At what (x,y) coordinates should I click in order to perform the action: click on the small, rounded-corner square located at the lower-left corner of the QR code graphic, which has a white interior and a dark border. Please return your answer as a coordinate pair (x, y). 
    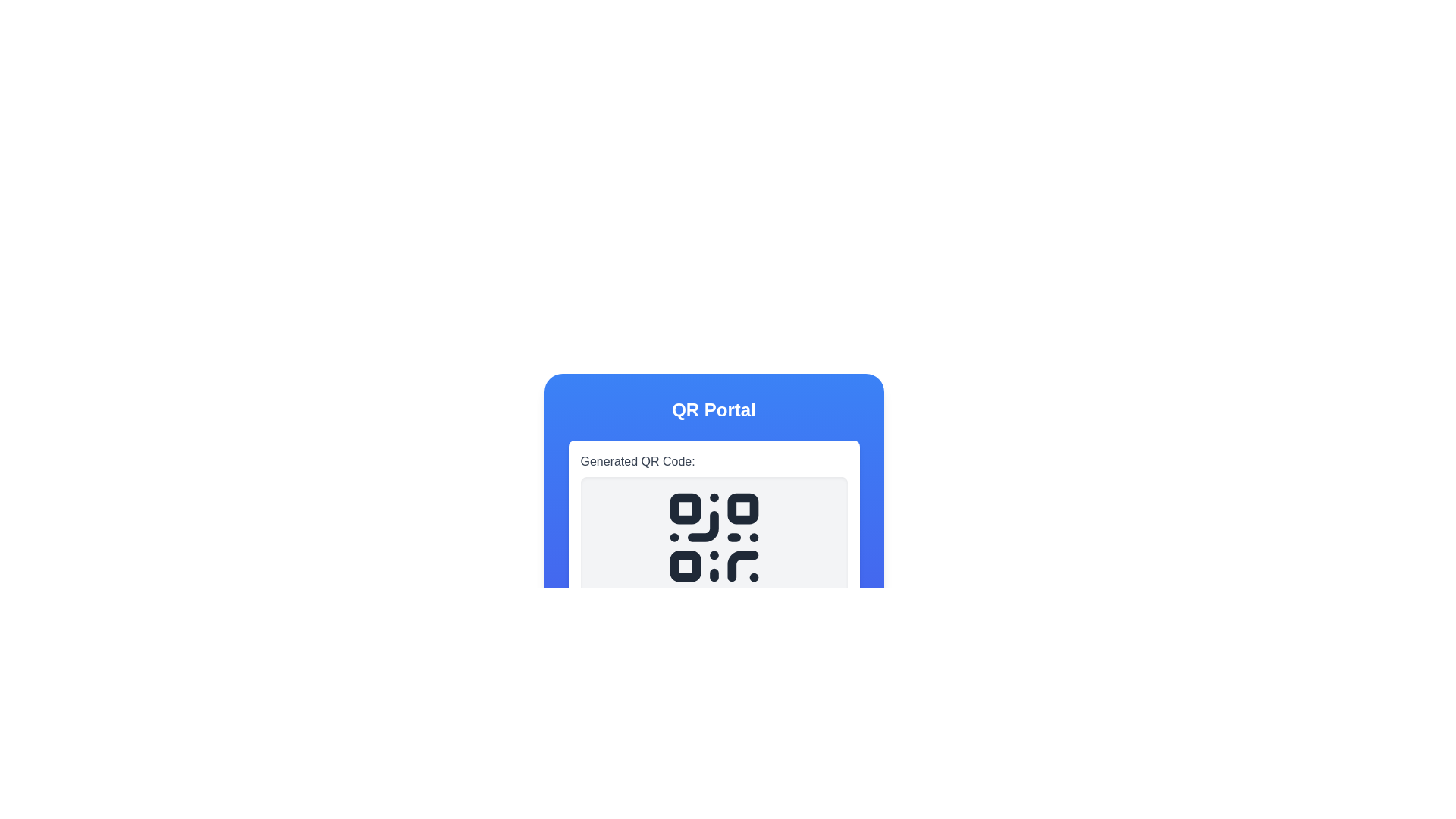
    Looking at the image, I should click on (684, 566).